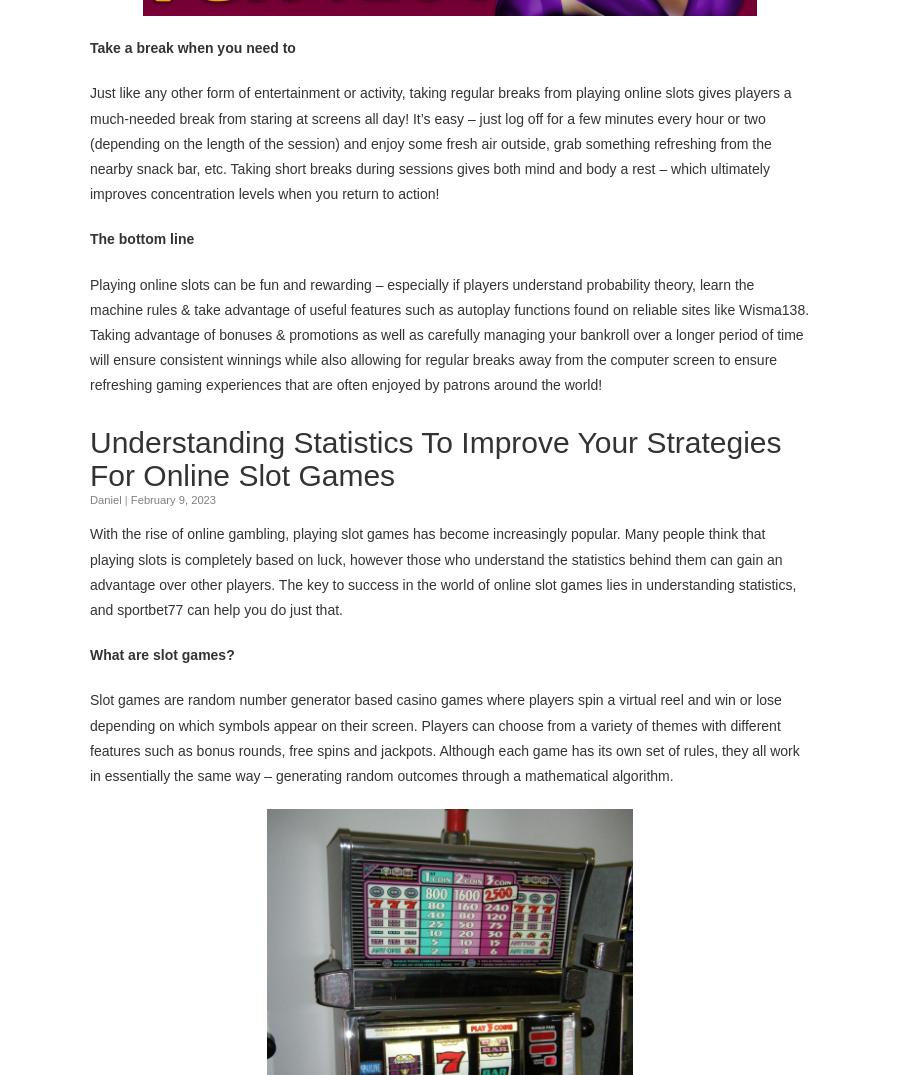 Image resolution: width=900 pixels, height=1075 pixels. Describe the element at coordinates (192, 45) in the screenshot. I see `'Take a break when you need to'` at that location.